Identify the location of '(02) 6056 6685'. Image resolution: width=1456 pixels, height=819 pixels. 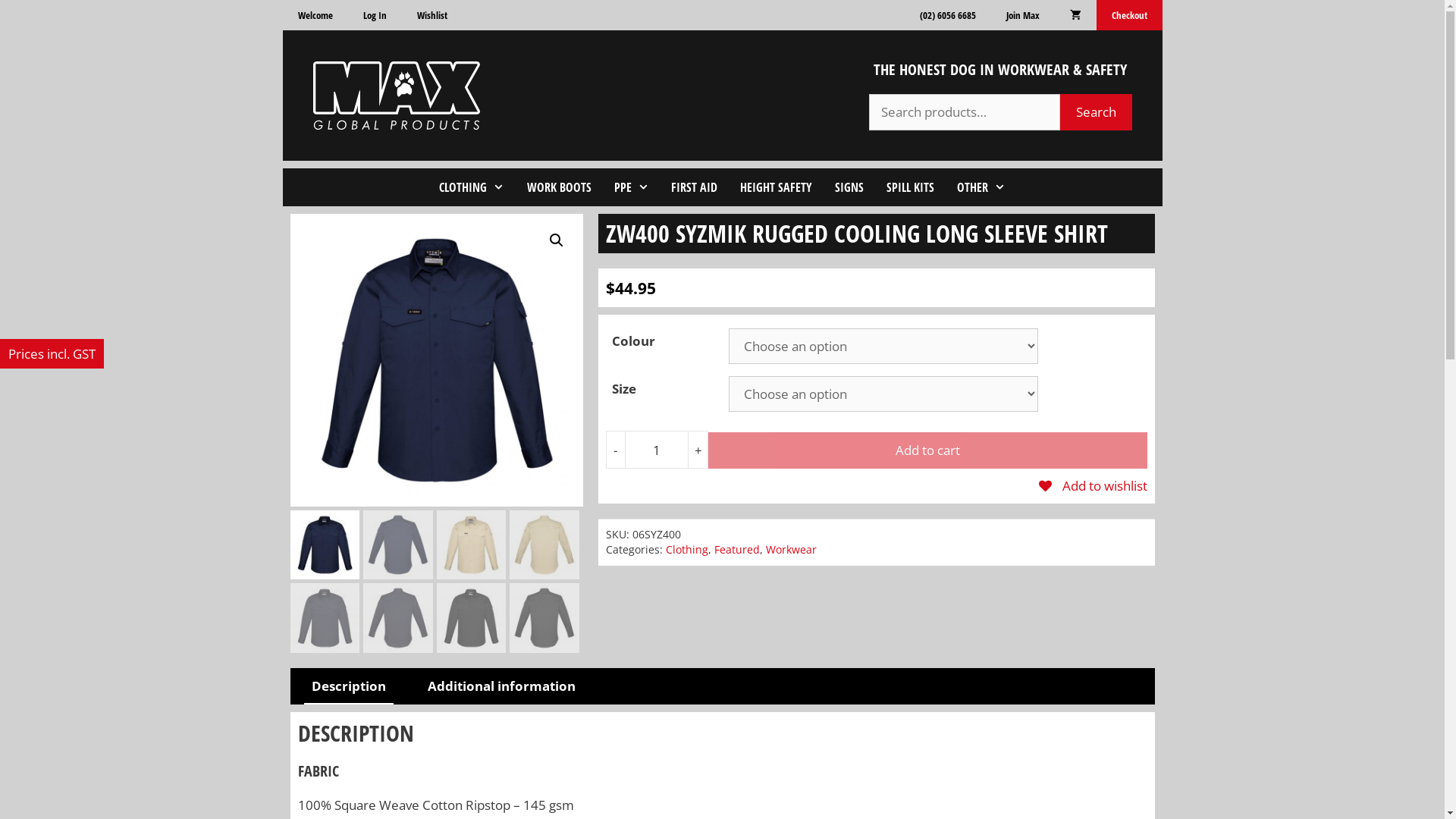
(946, 14).